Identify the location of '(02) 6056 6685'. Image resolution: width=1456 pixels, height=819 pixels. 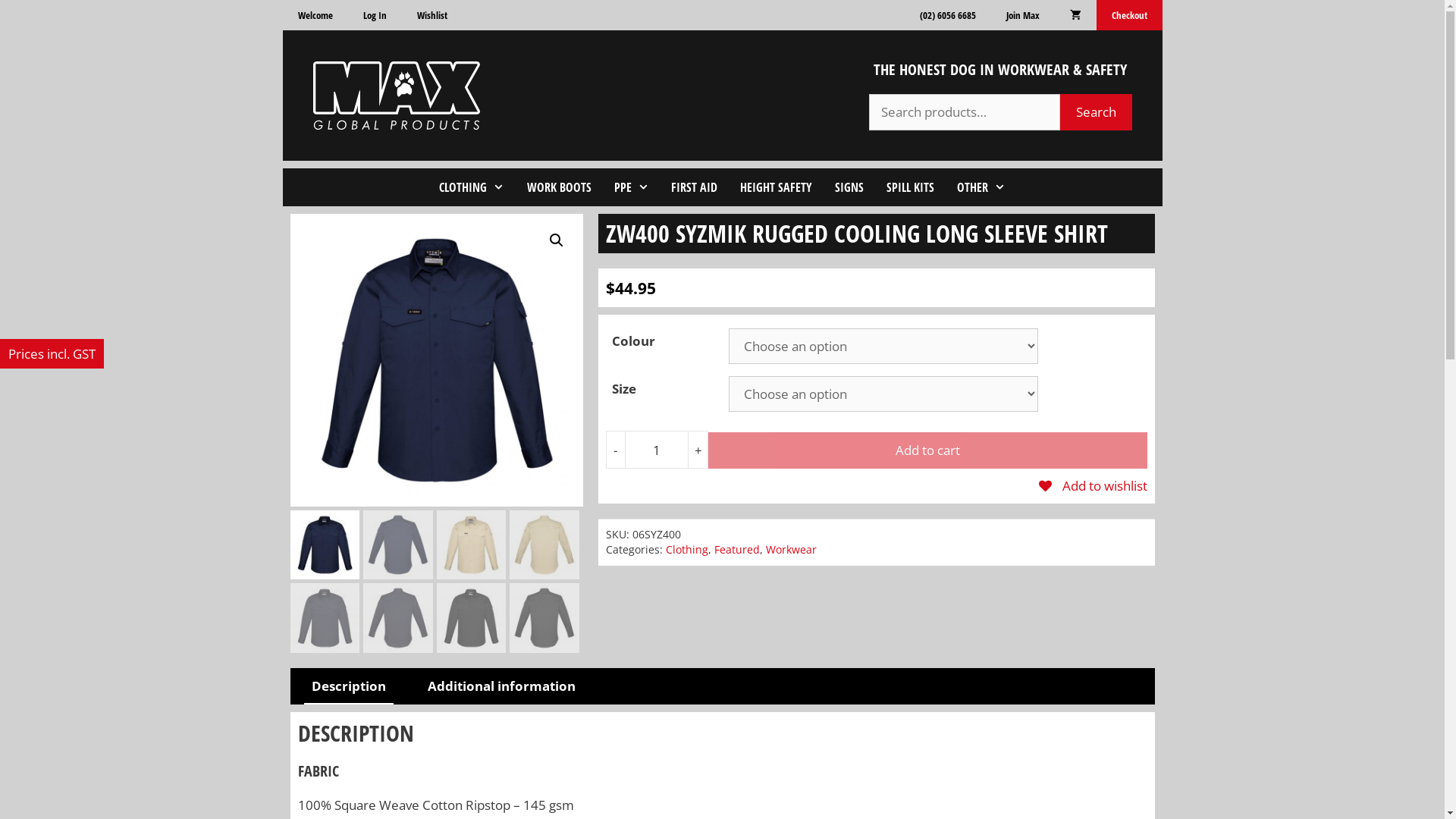
(946, 14).